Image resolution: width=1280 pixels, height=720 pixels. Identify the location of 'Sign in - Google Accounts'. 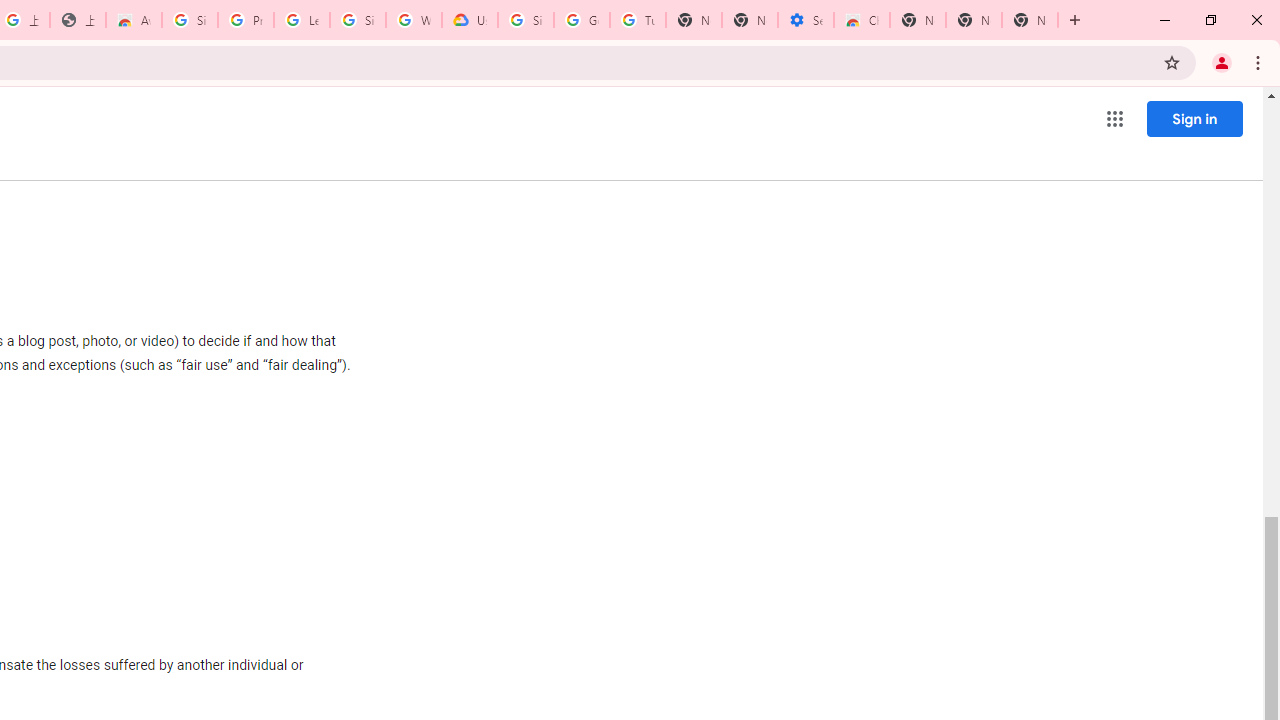
(190, 20).